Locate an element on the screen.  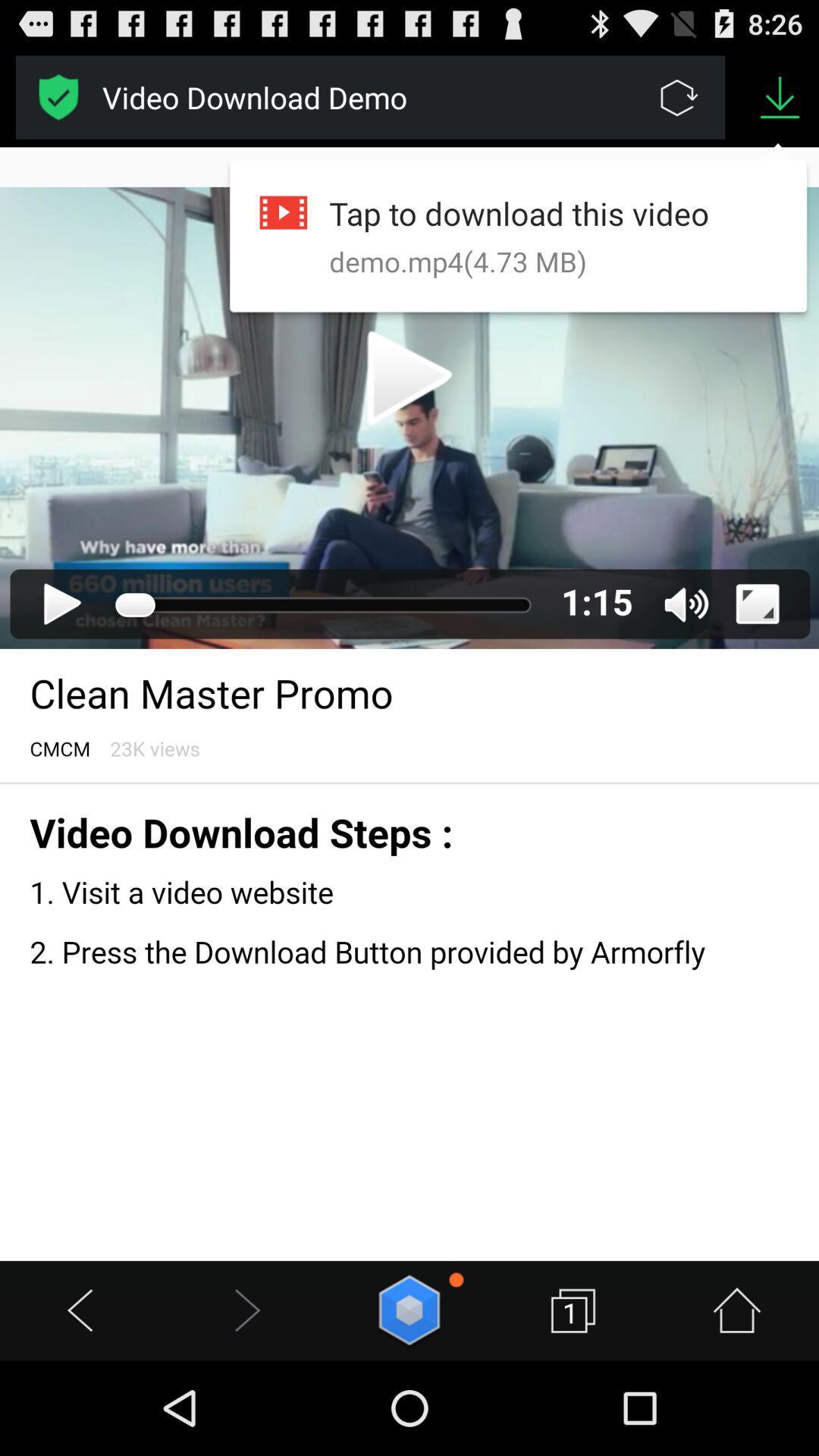
six-sided polygon is located at coordinates (409, 1310).